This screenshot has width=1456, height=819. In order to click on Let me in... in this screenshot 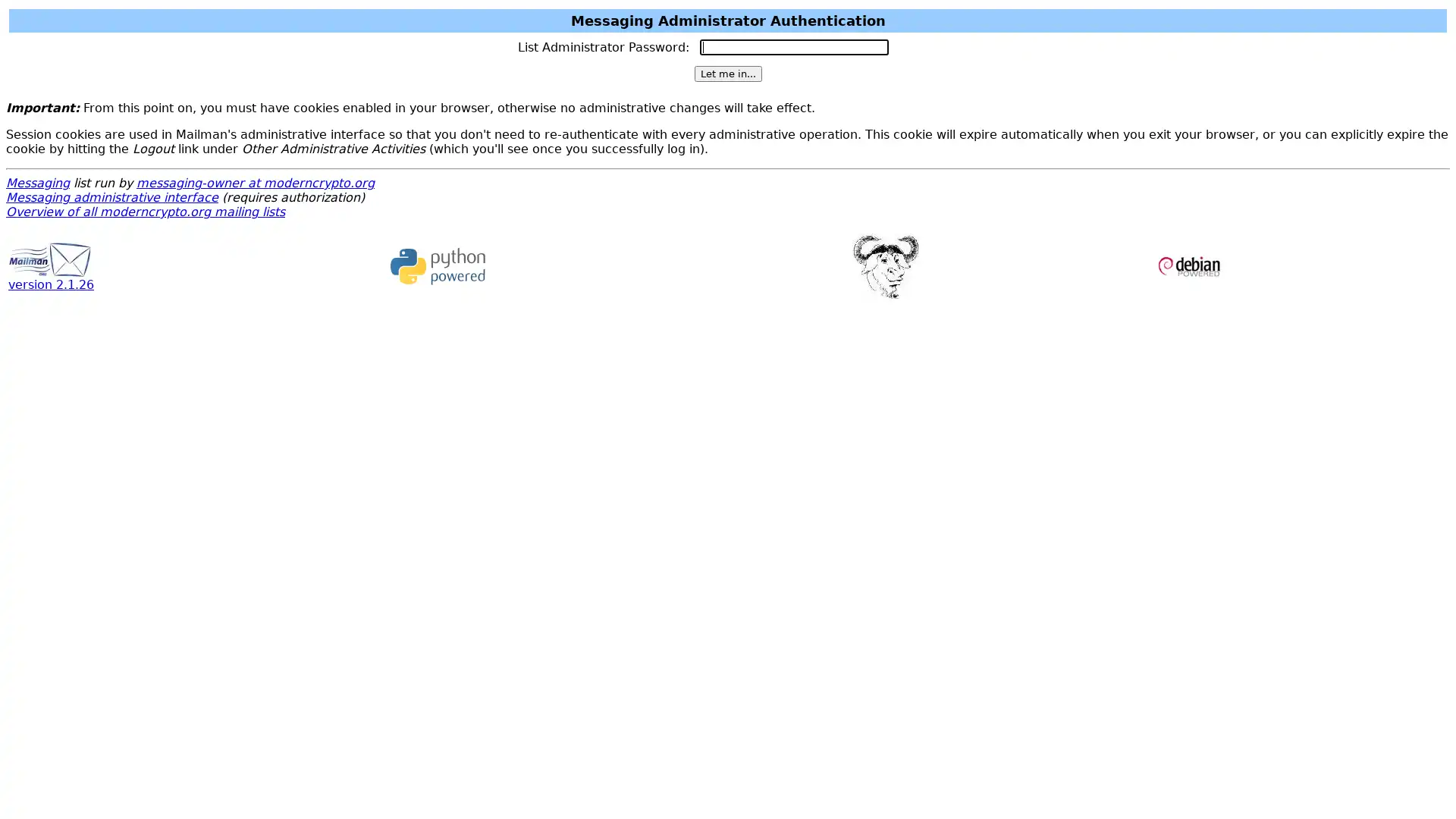, I will do `click(726, 74)`.